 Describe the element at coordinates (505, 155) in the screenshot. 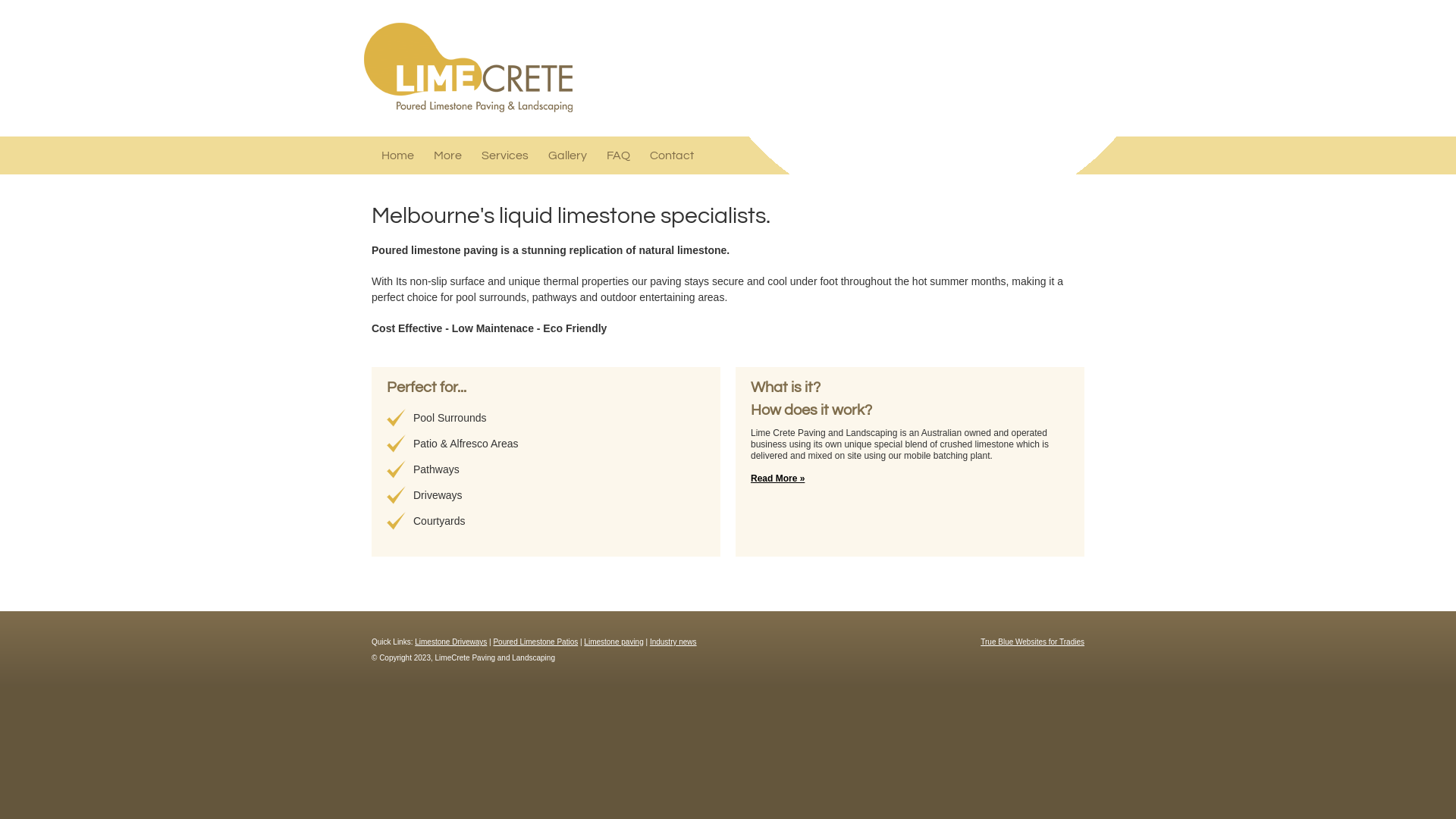

I see `'Services'` at that location.